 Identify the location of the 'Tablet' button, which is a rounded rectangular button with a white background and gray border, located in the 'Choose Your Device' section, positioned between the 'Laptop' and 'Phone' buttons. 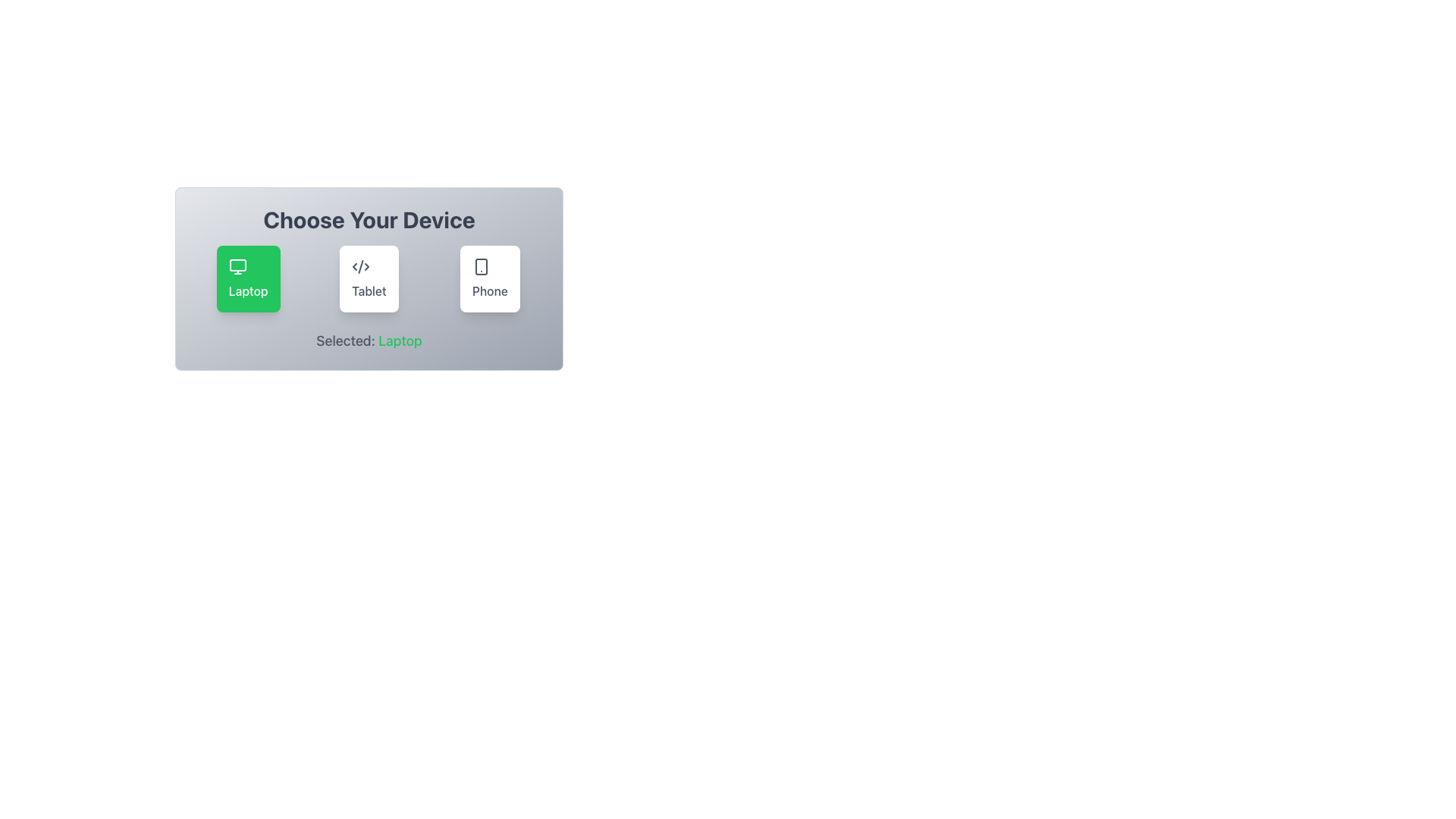
(369, 278).